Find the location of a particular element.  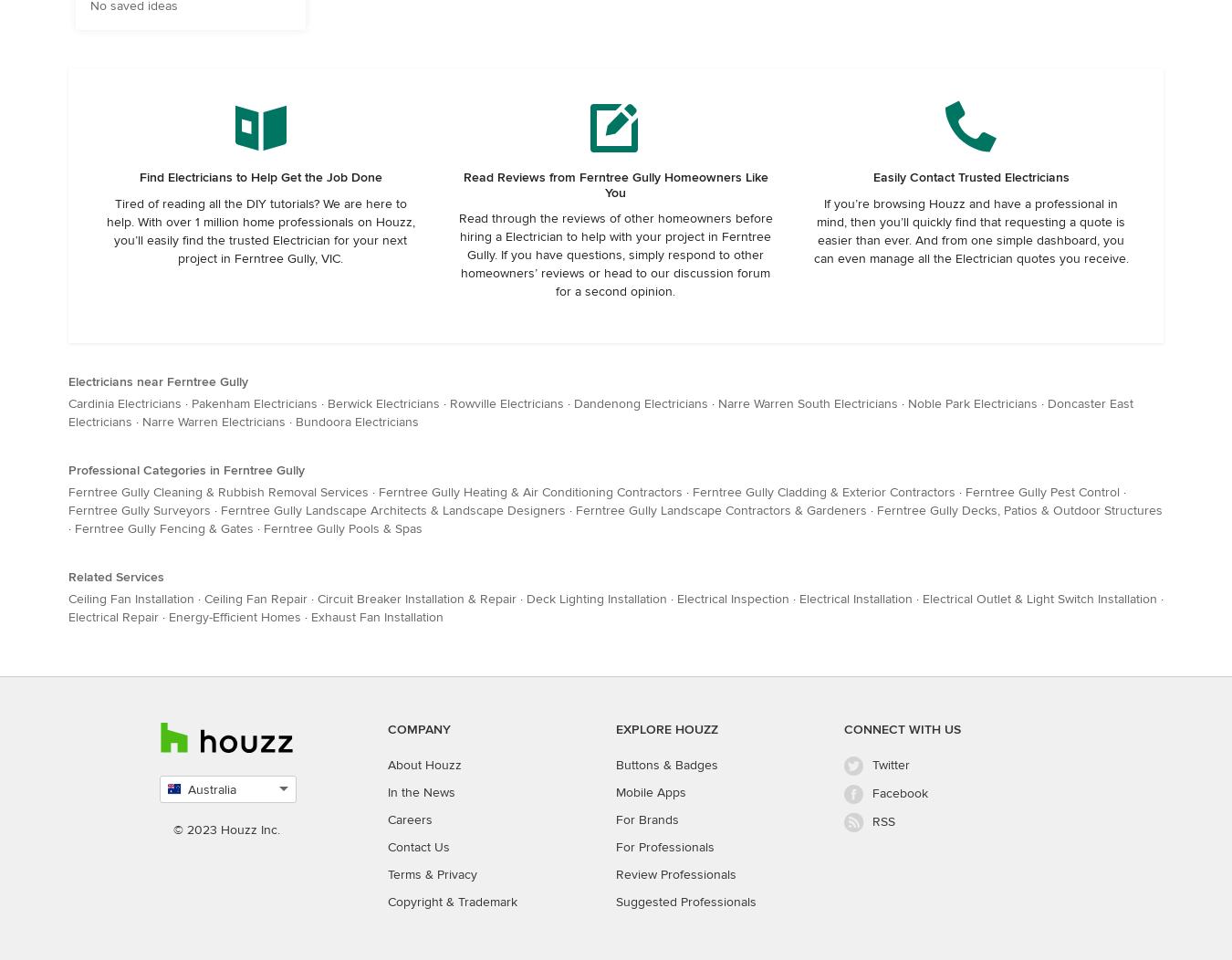

'Copyright & Trademark' is located at coordinates (451, 901).